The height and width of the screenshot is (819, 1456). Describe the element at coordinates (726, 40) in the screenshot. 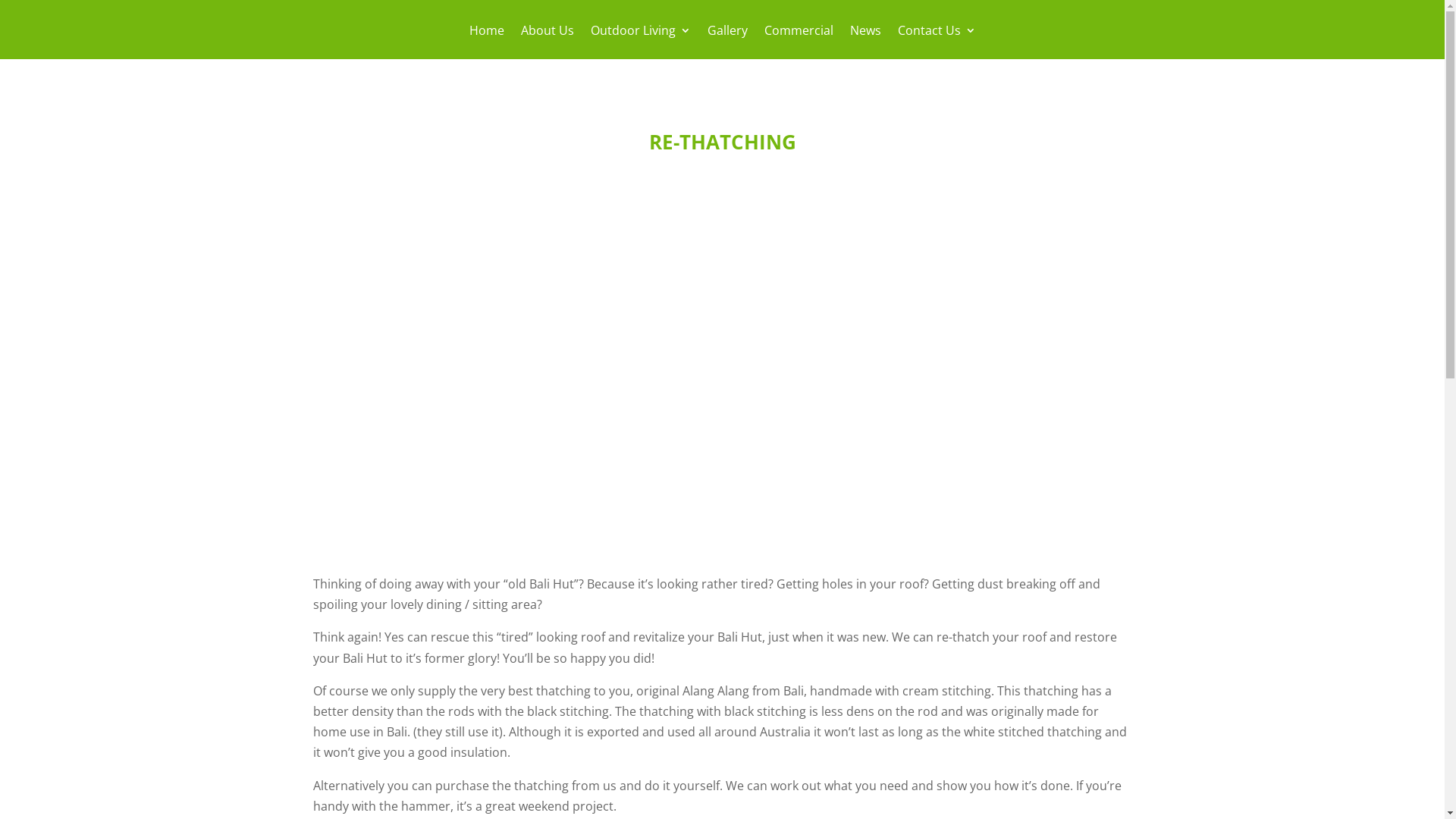

I see `'Gallery'` at that location.